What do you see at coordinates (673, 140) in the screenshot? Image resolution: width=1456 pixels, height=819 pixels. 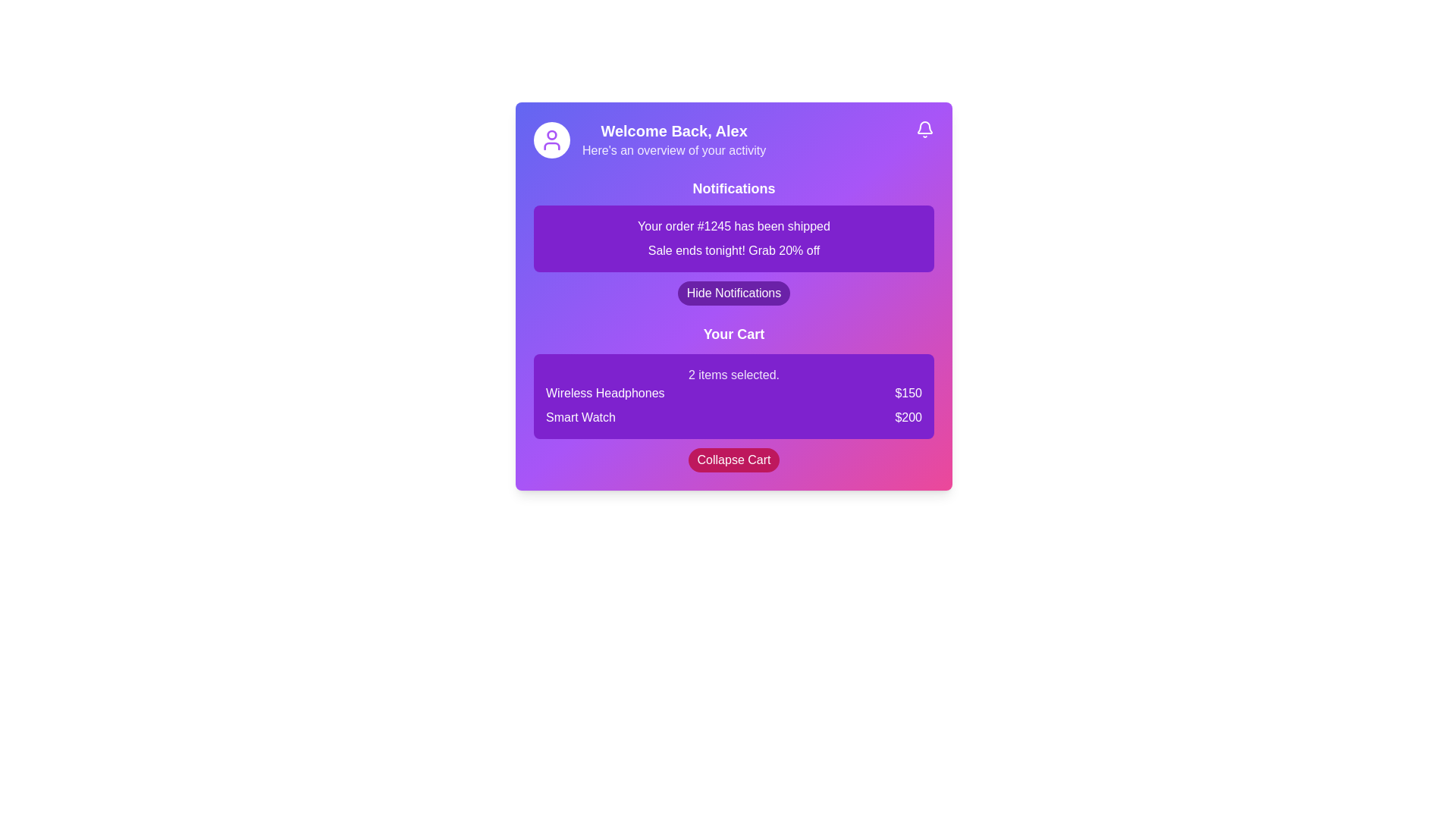 I see `the greeting section that says 'Welcome Back, Alex' followed by 'Here's an overview of your activity', which is located in the upper part of a purple gradient rectangular card` at bounding box center [673, 140].